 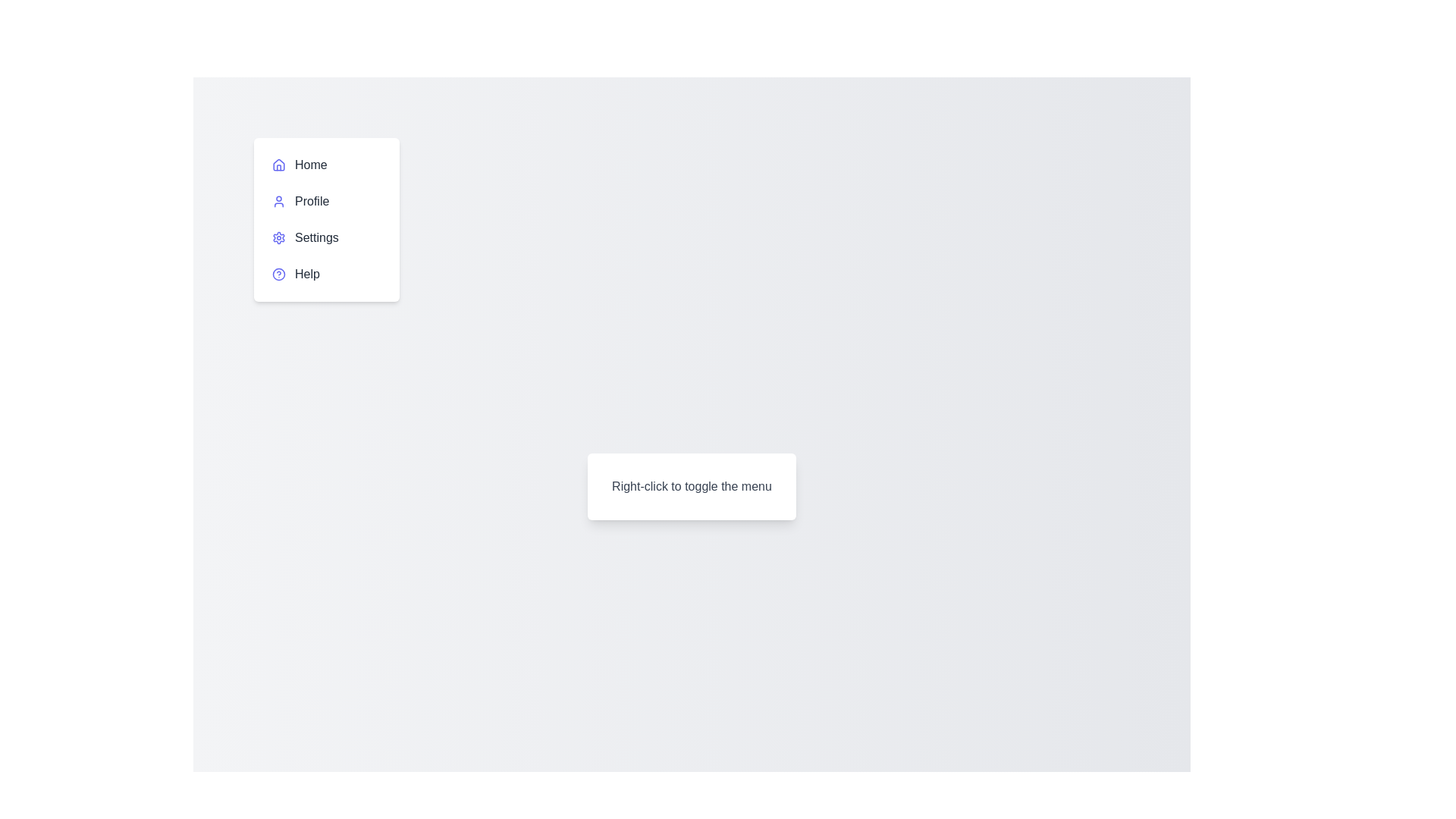 What do you see at coordinates (326, 165) in the screenshot?
I see `the menu item labeled Home` at bounding box center [326, 165].